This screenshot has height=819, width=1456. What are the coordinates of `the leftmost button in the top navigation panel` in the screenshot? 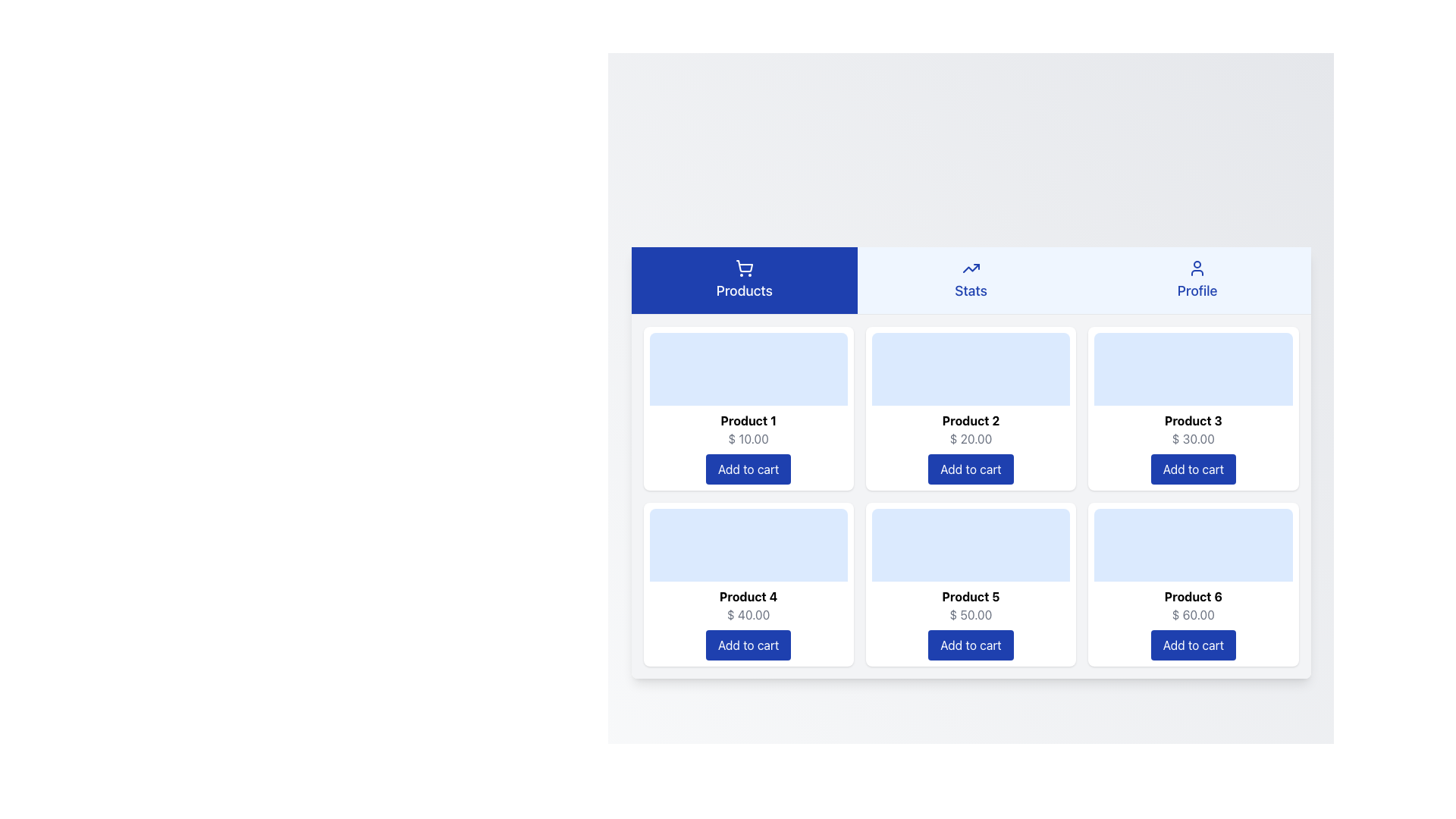 It's located at (744, 280).